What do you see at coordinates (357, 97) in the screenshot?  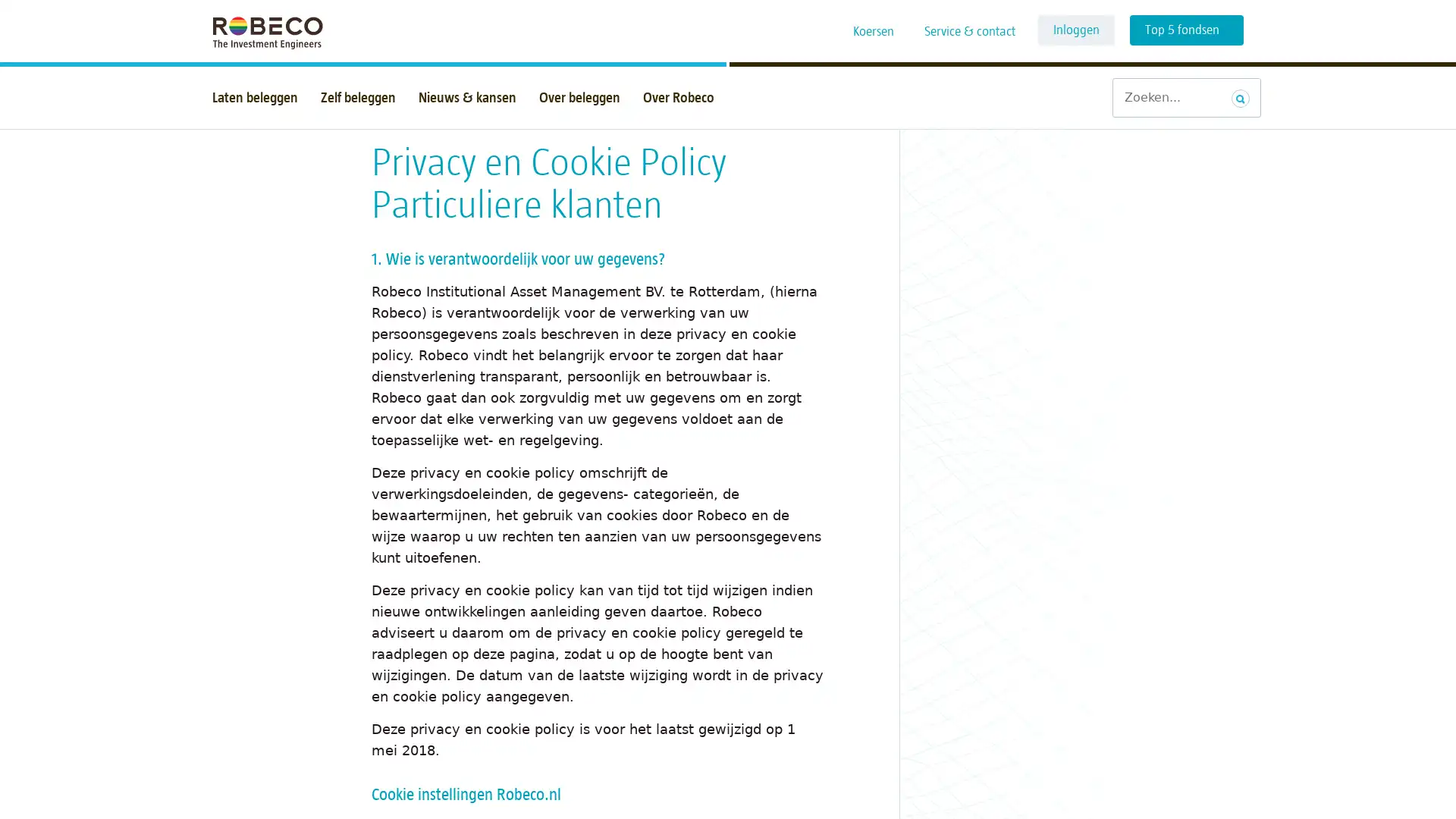 I see `Zelf beleggen` at bounding box center [357, 97].